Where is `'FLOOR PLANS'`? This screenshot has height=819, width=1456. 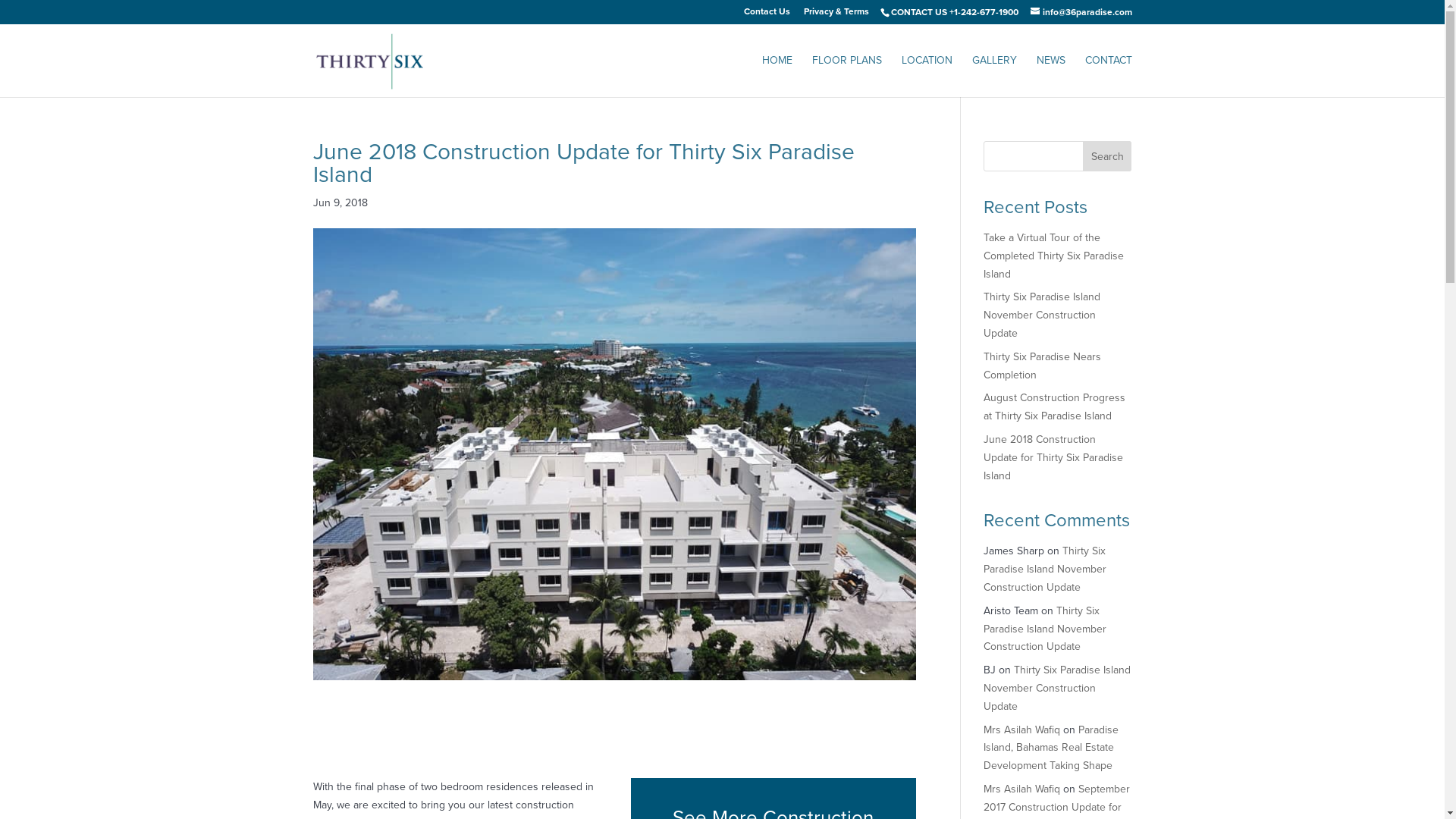
'FLOOR PLANS' is located at coordinates (846, 76).